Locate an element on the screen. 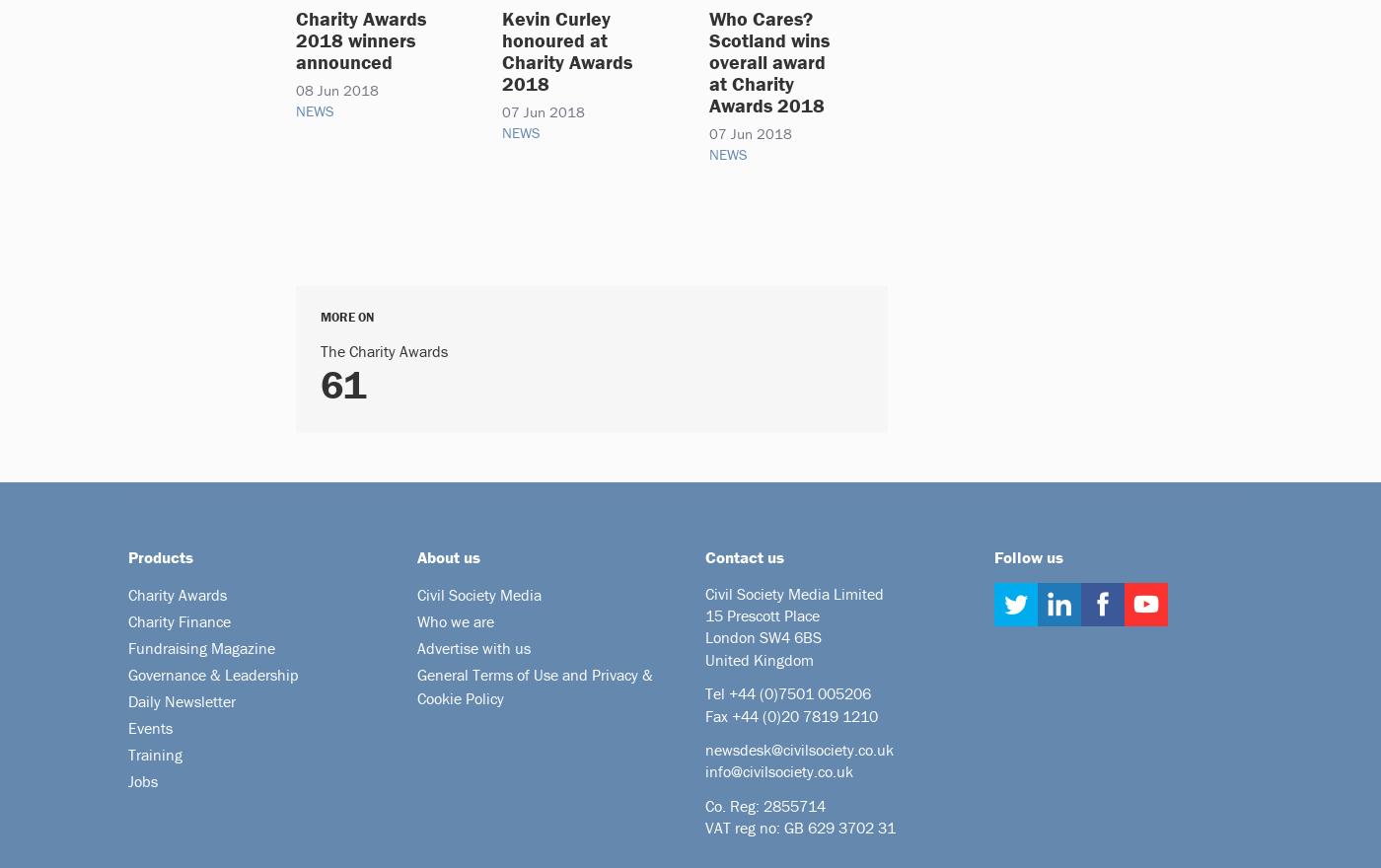  'Tel +44' is located at coordinates (704, 693).